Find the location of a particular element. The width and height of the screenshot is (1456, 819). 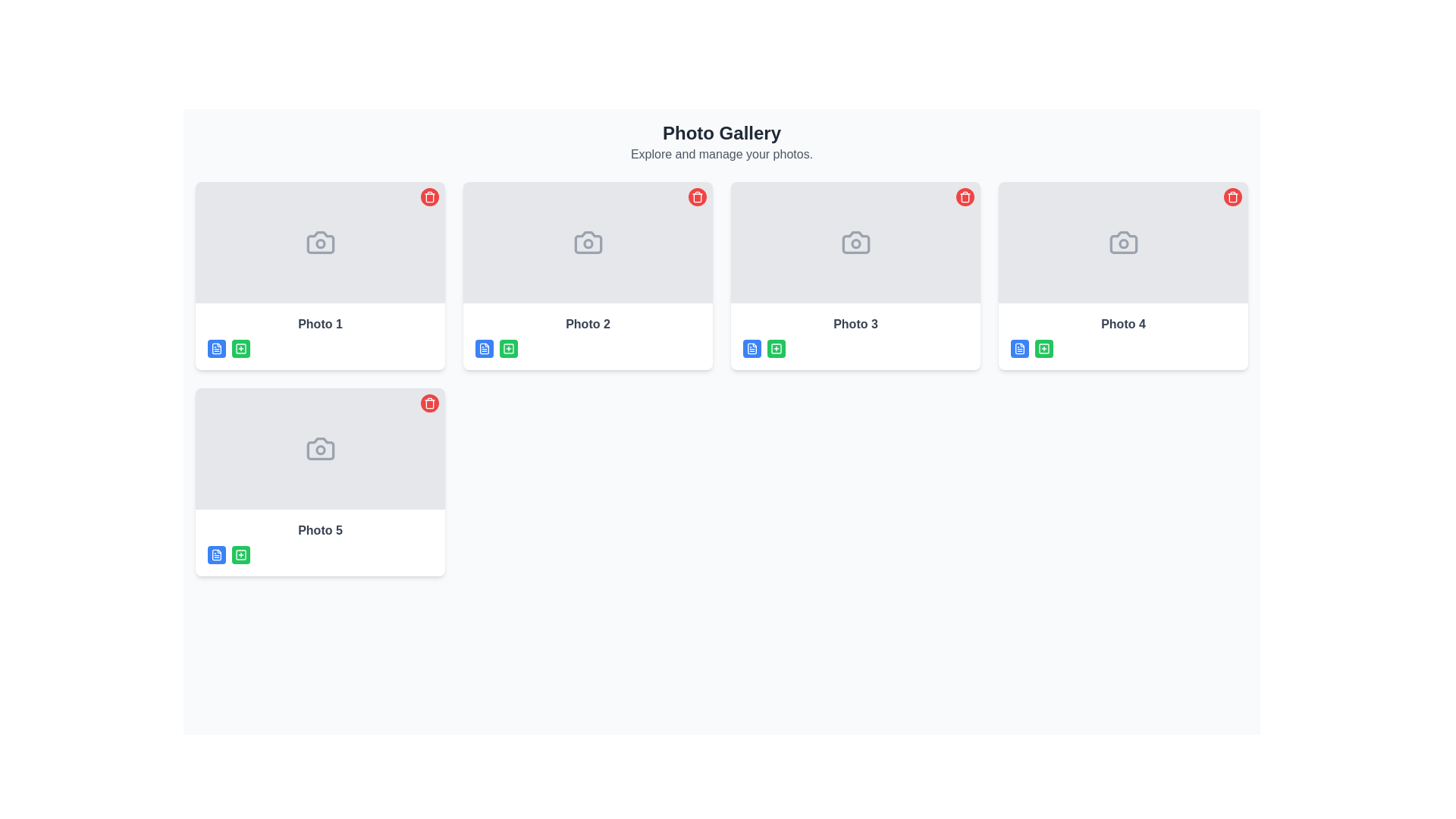

the document icon with a folded corner located is located at coordinates (483, 348).